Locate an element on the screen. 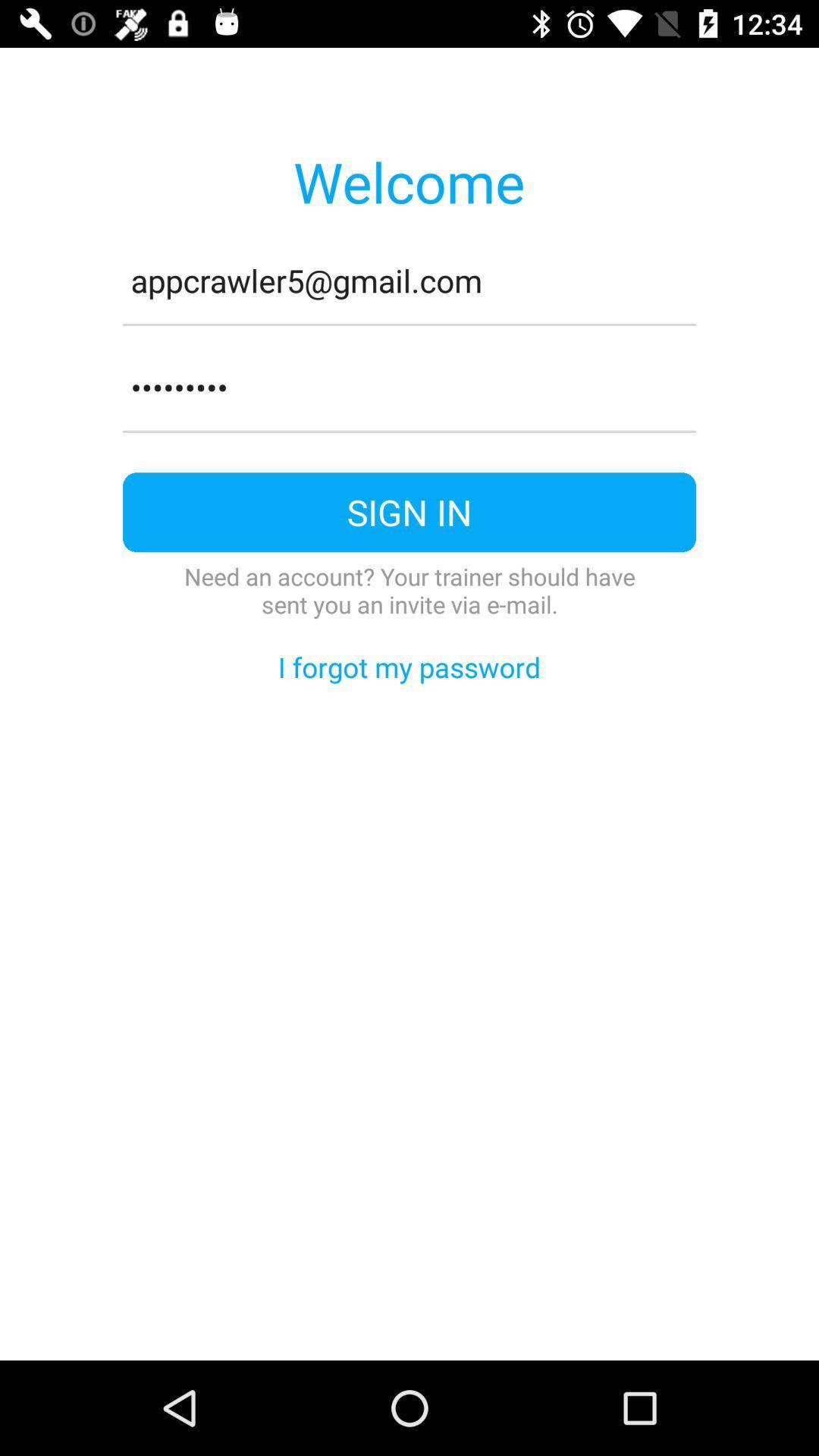 Image resolution: width=819 pixels, height=1456 pixels. the icon below the need an account icon is located at coordinates (409, 667).